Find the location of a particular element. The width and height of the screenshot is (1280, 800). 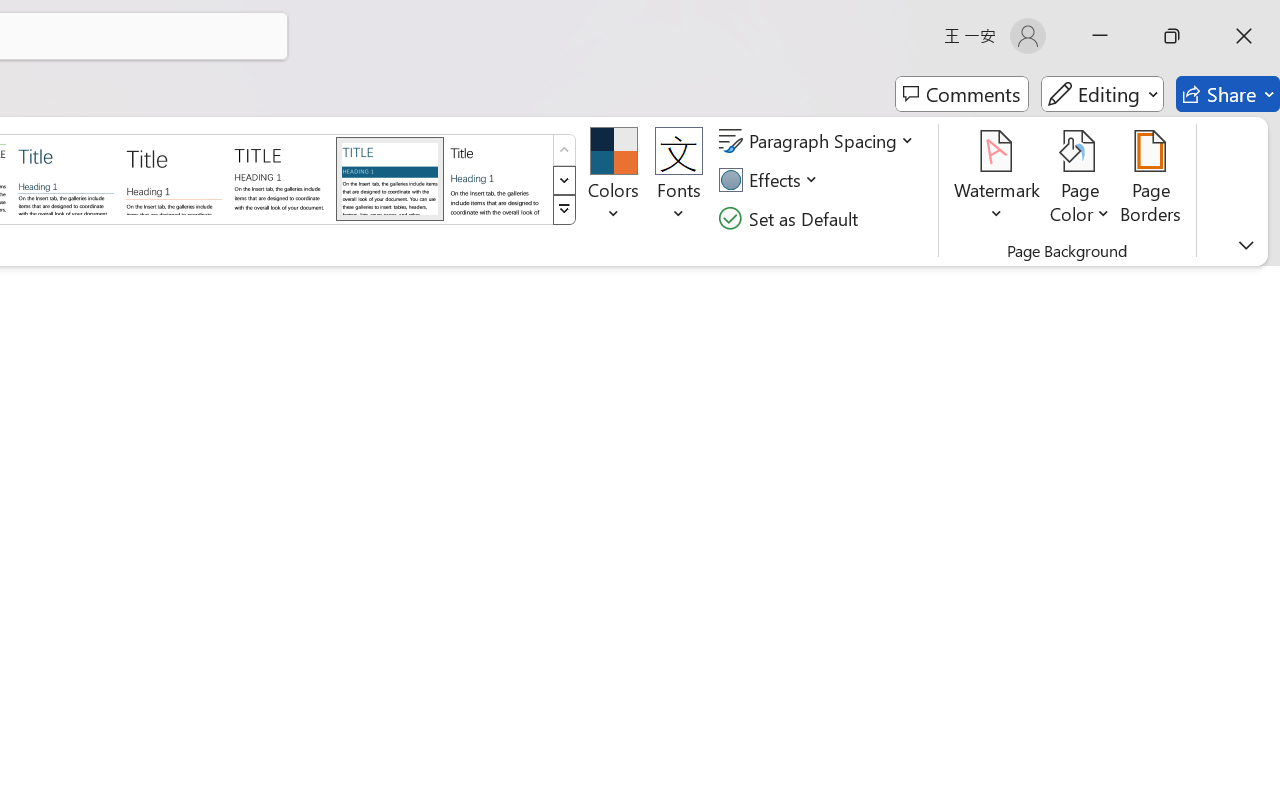

'Effects' is located at coordinates (770, 179).